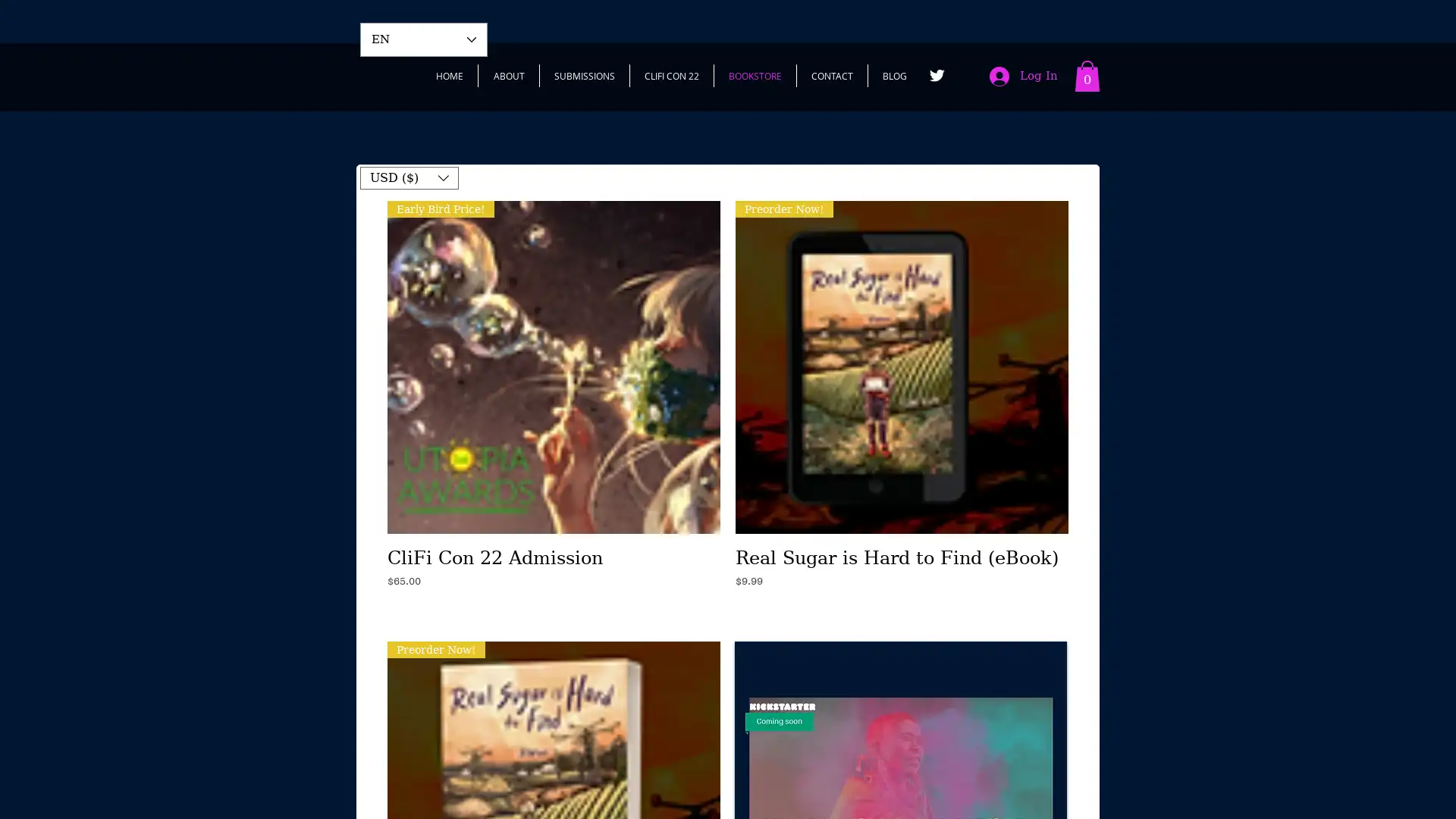  I want to click on Log In, so click(1023, 76).